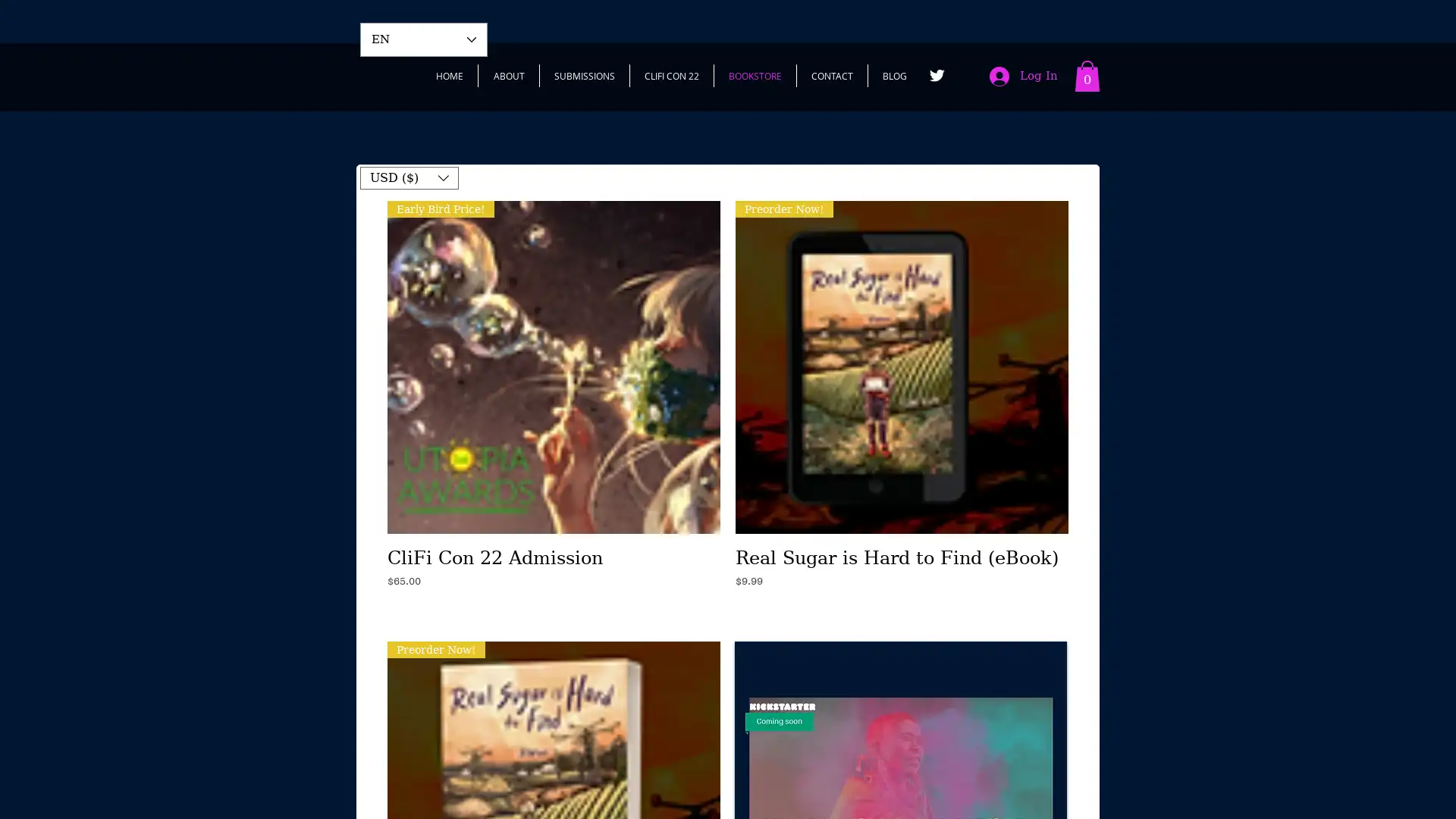  I want to click on Log In, so click(1023, 76).